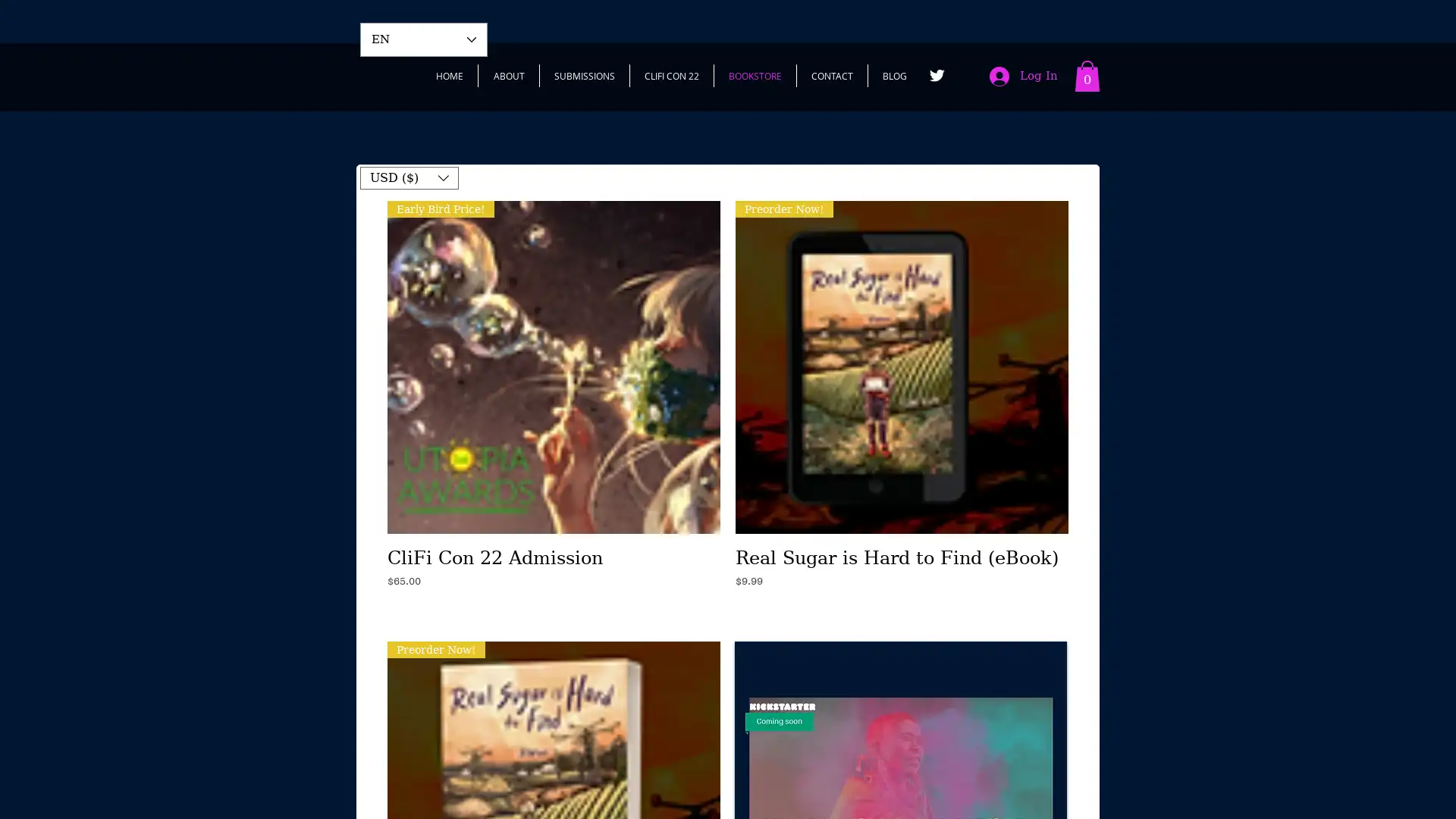  I want to click on Log In, so click(1023, 76).